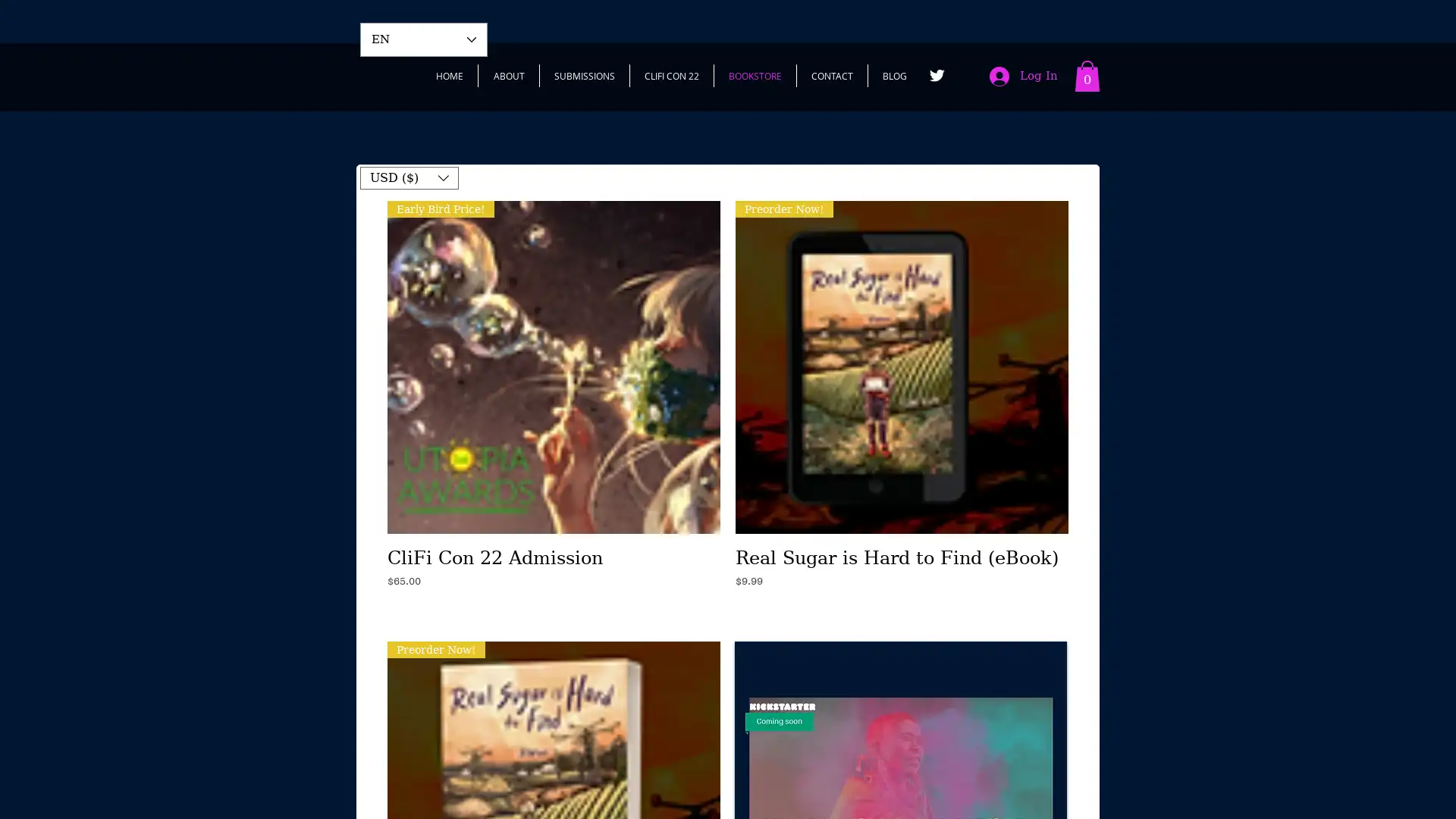  I want to click on Log In, so click(1023, 76).